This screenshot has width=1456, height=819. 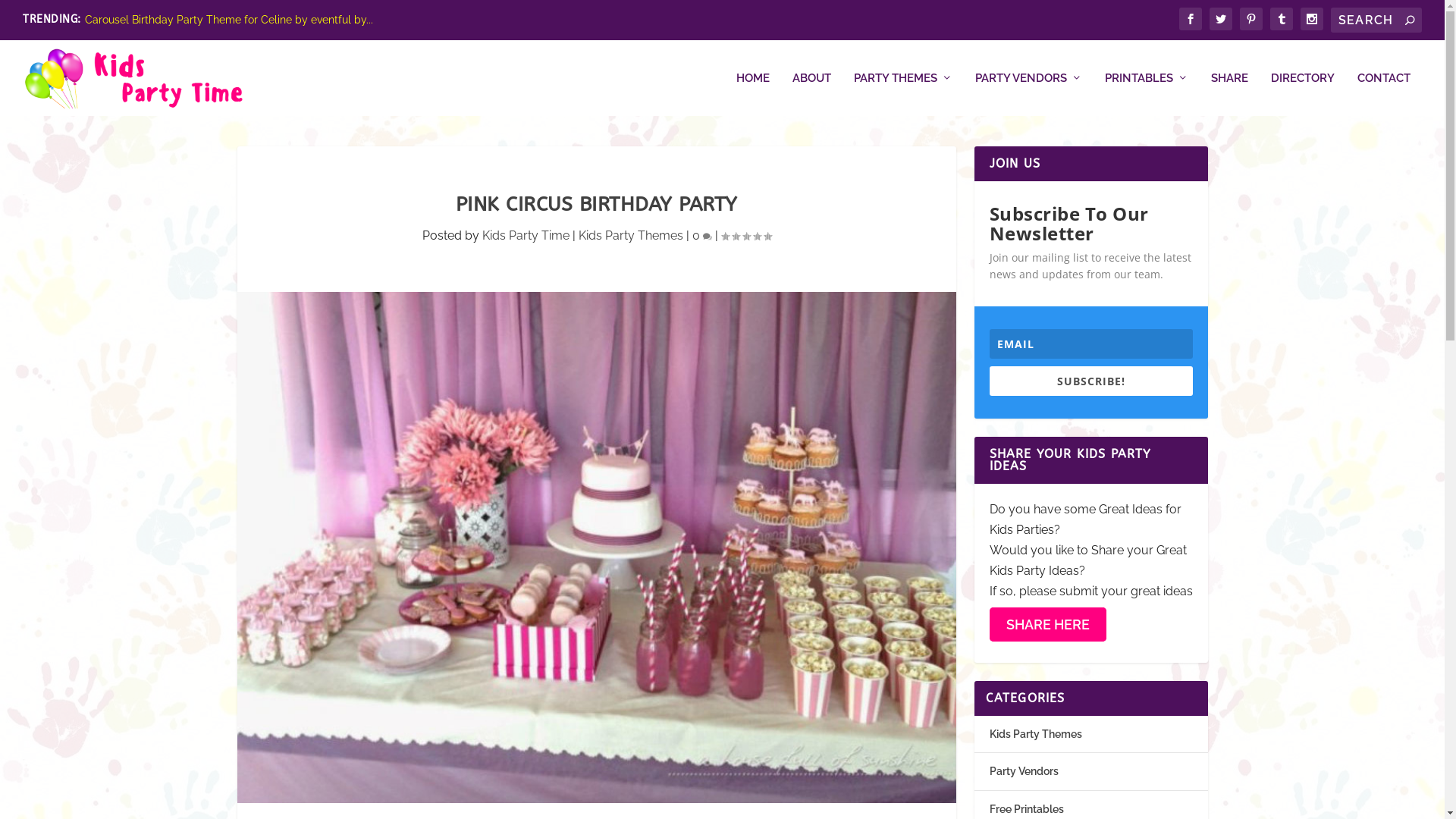 What do you see at coordinates (1270, 93) in the screenshot?
I see `'DIRECTORY'` at bounding box center [1270, 93].